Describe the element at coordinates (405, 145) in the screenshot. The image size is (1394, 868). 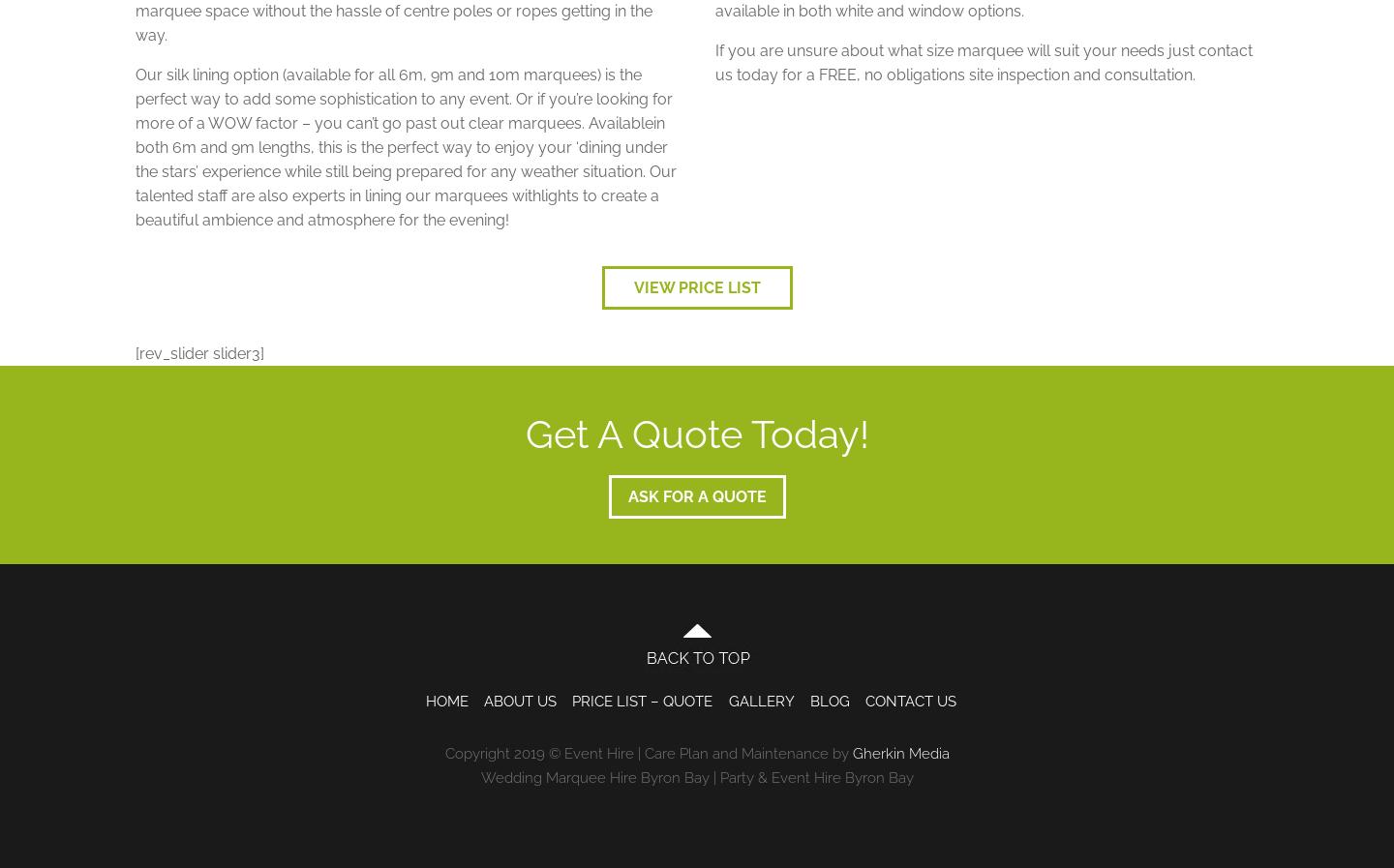
I see `'Our silk lining option (available for all 6m, 9m and 10m marquees) is the perfect way to add some sophistication to any event. Or if you’re looking for more of a WOW factor – you can’t go past out clear marquees. Availablein both 6m and 9m lengths, this is the perfect way to enjoy your ‘dining under the stars’ experience while still being prepared for any weather situation. Our talented staff are also experts in lining our marquees withlights to create a beautiful ambience and atmosphere for the evening!'` at that location.